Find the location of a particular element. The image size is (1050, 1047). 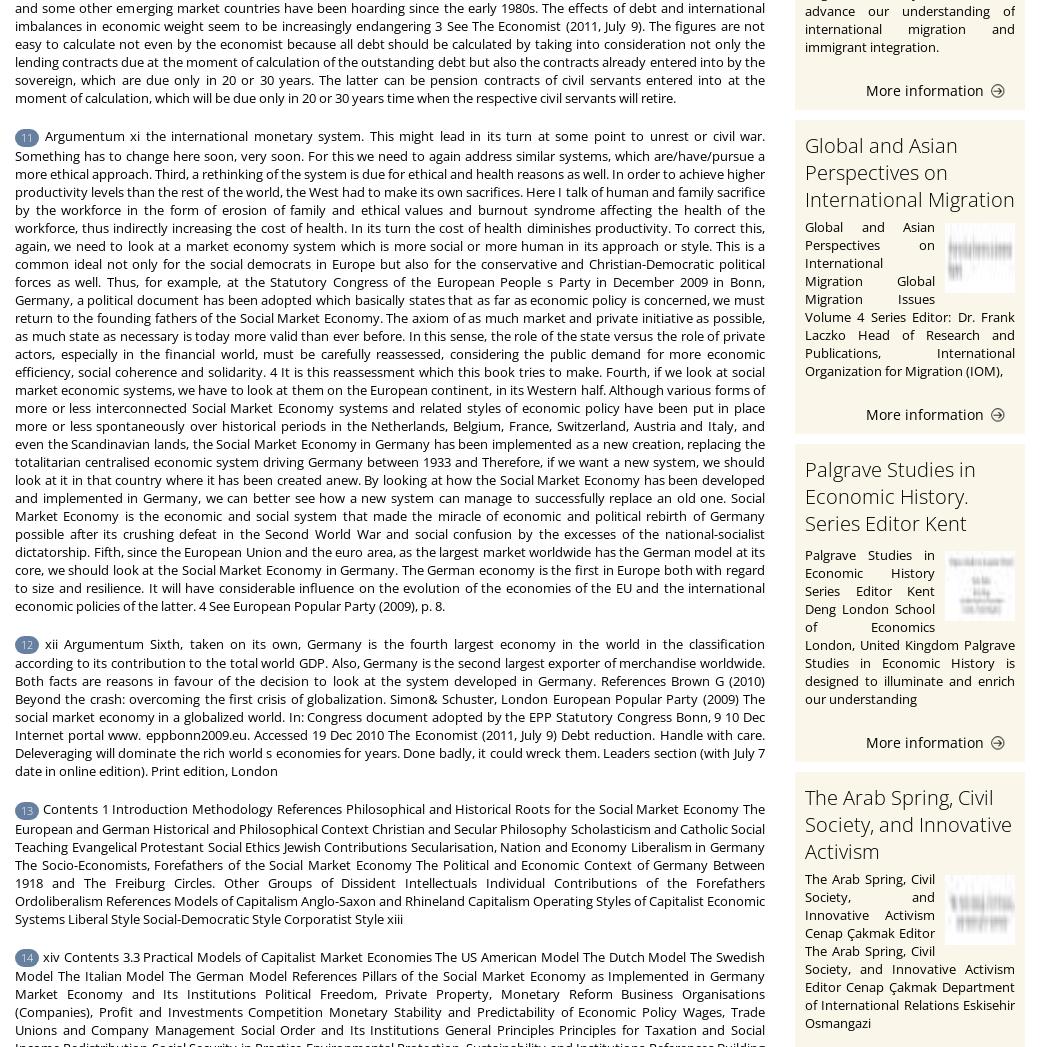

'The Arab Spring, Civil Society, and Innovative Activism' is located at coordinates (908, 823).